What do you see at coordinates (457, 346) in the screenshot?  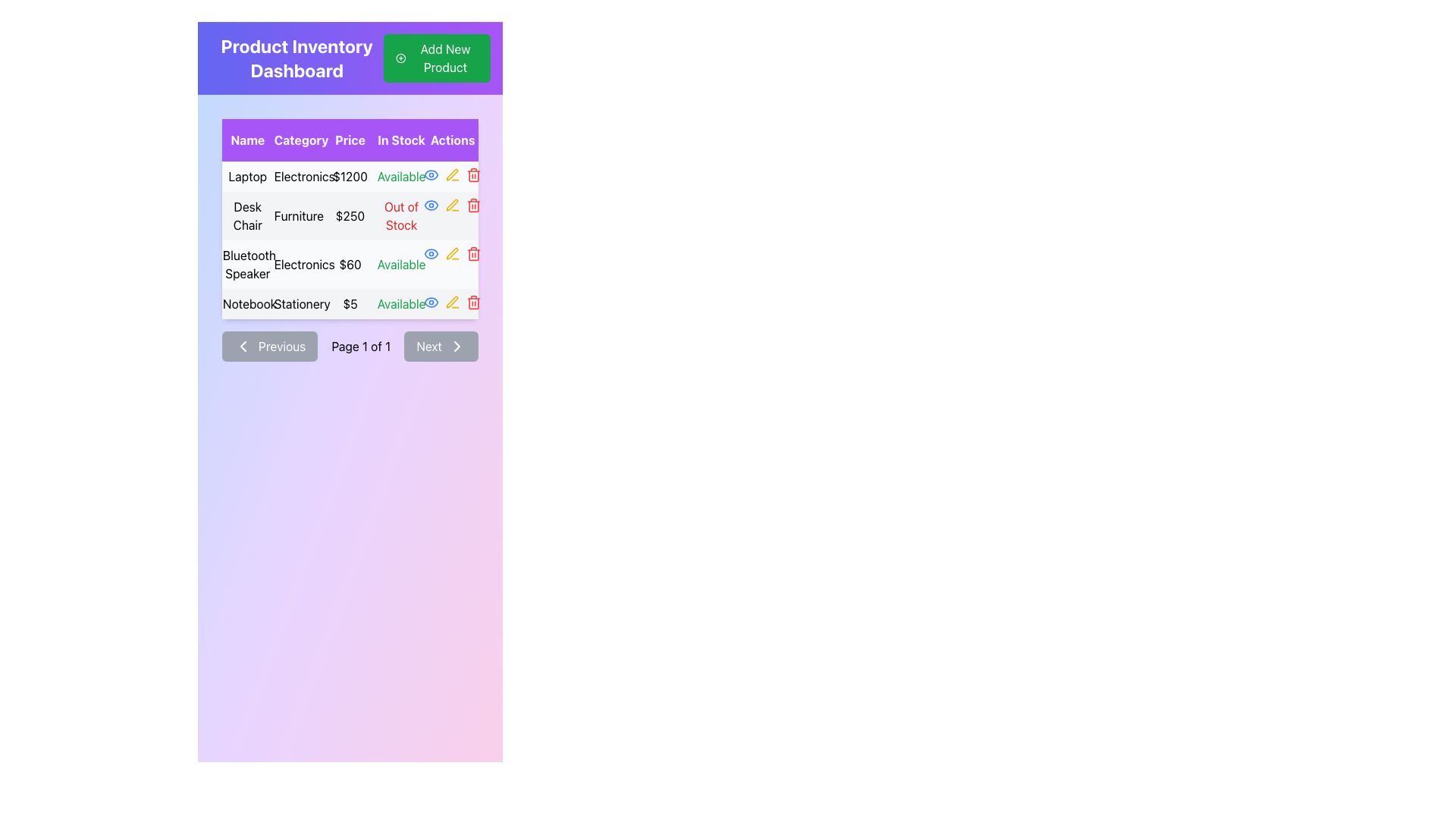 I see `the right-facing chevron arrow icon located on the right side of the 'Next' button` at bounding box center [457, 346].